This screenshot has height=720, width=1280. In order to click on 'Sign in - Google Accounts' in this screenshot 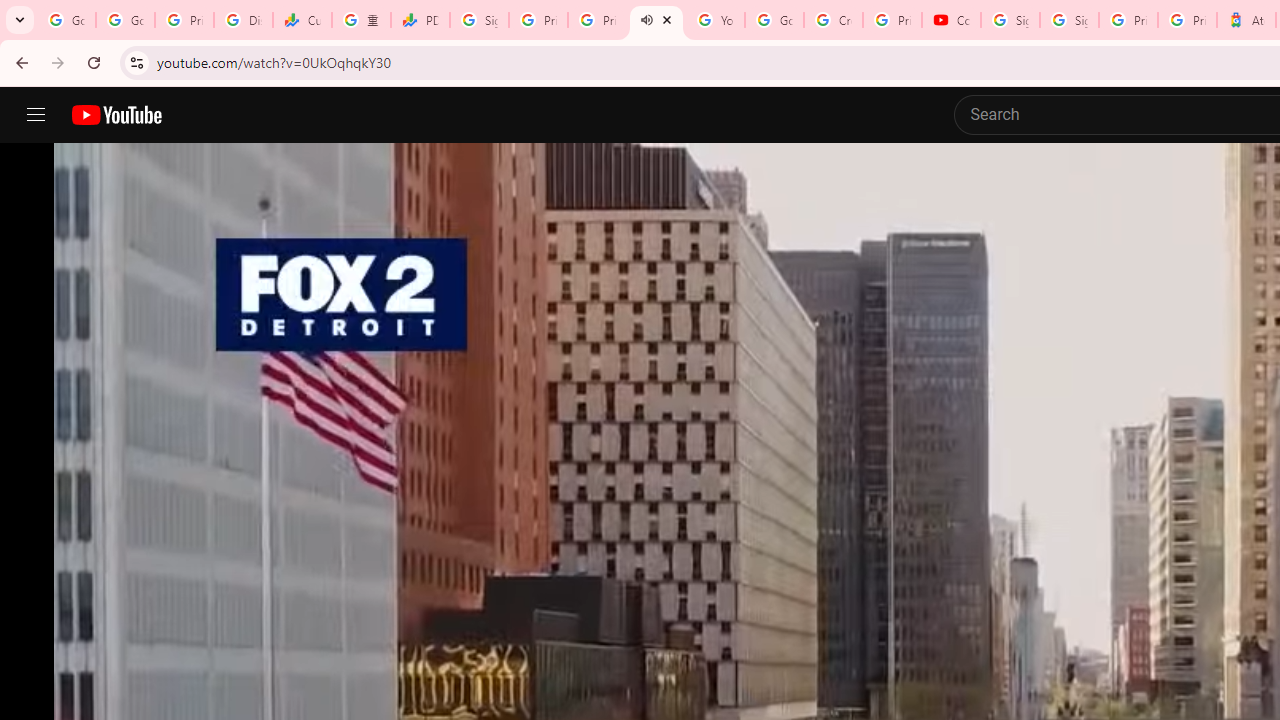, I will do `click(1068, 20)`.